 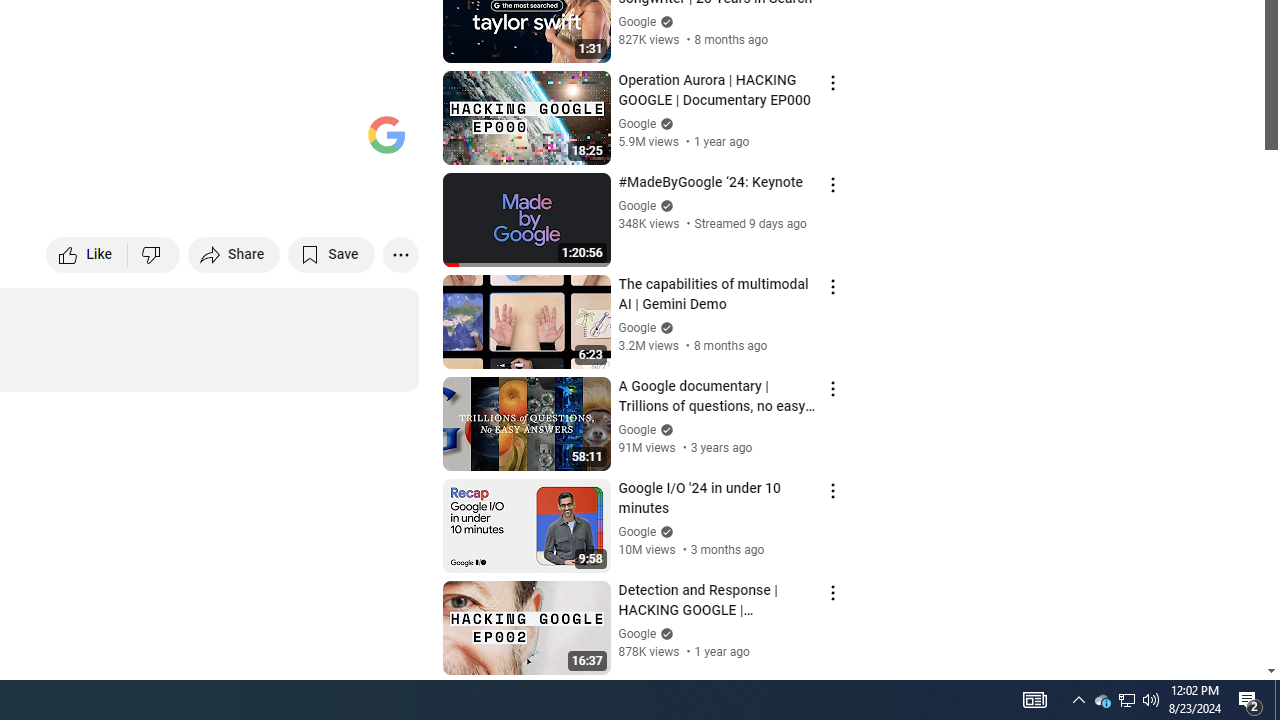 What do you see at coordinates (334, 141) in the screenshot?
I see `'Theater mode (t)'` at bounding box center [334, 141].